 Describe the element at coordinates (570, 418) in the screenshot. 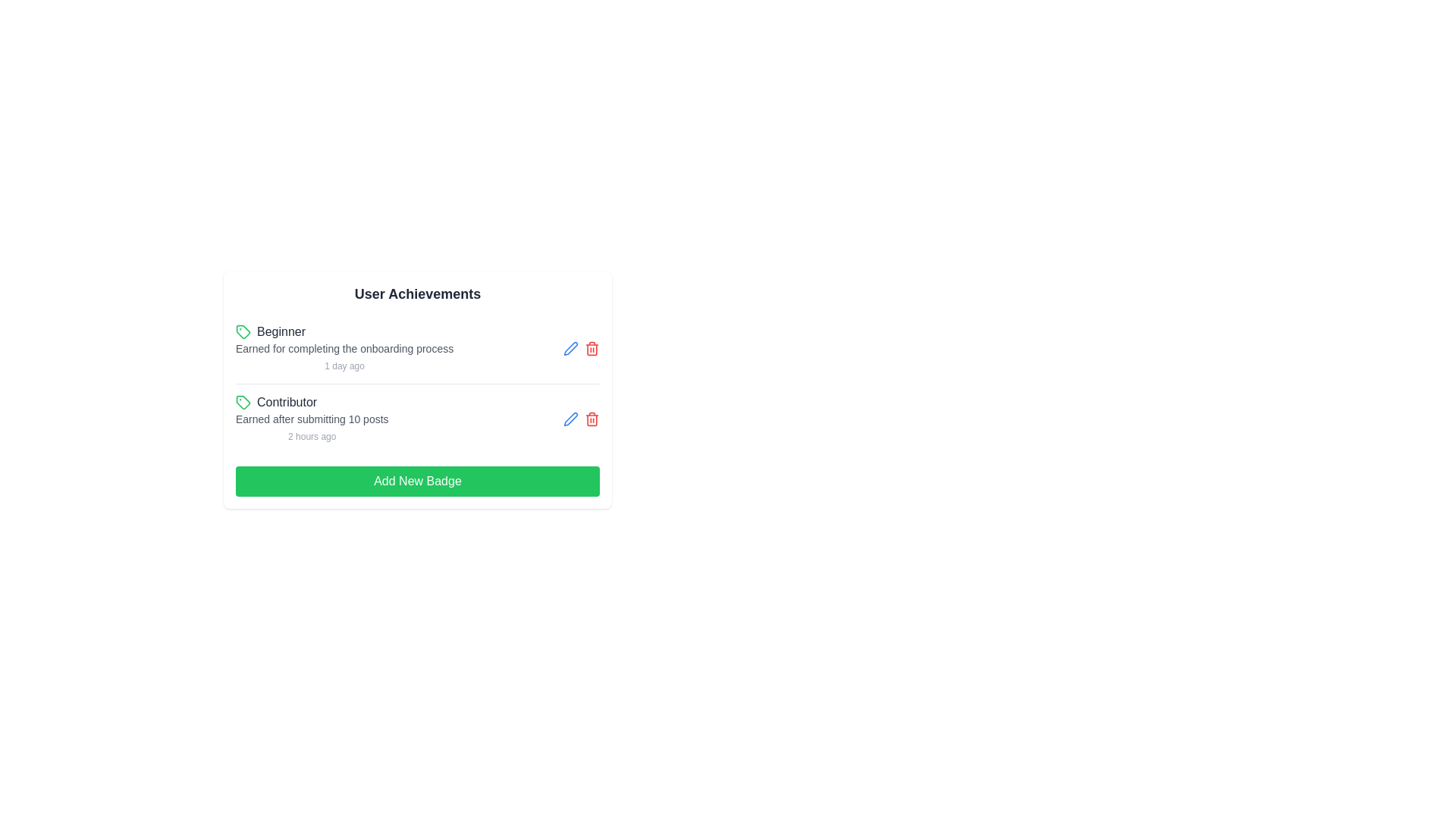

I see `the pen icon located at the far-right of the 'Beginner' badge row` at that location.